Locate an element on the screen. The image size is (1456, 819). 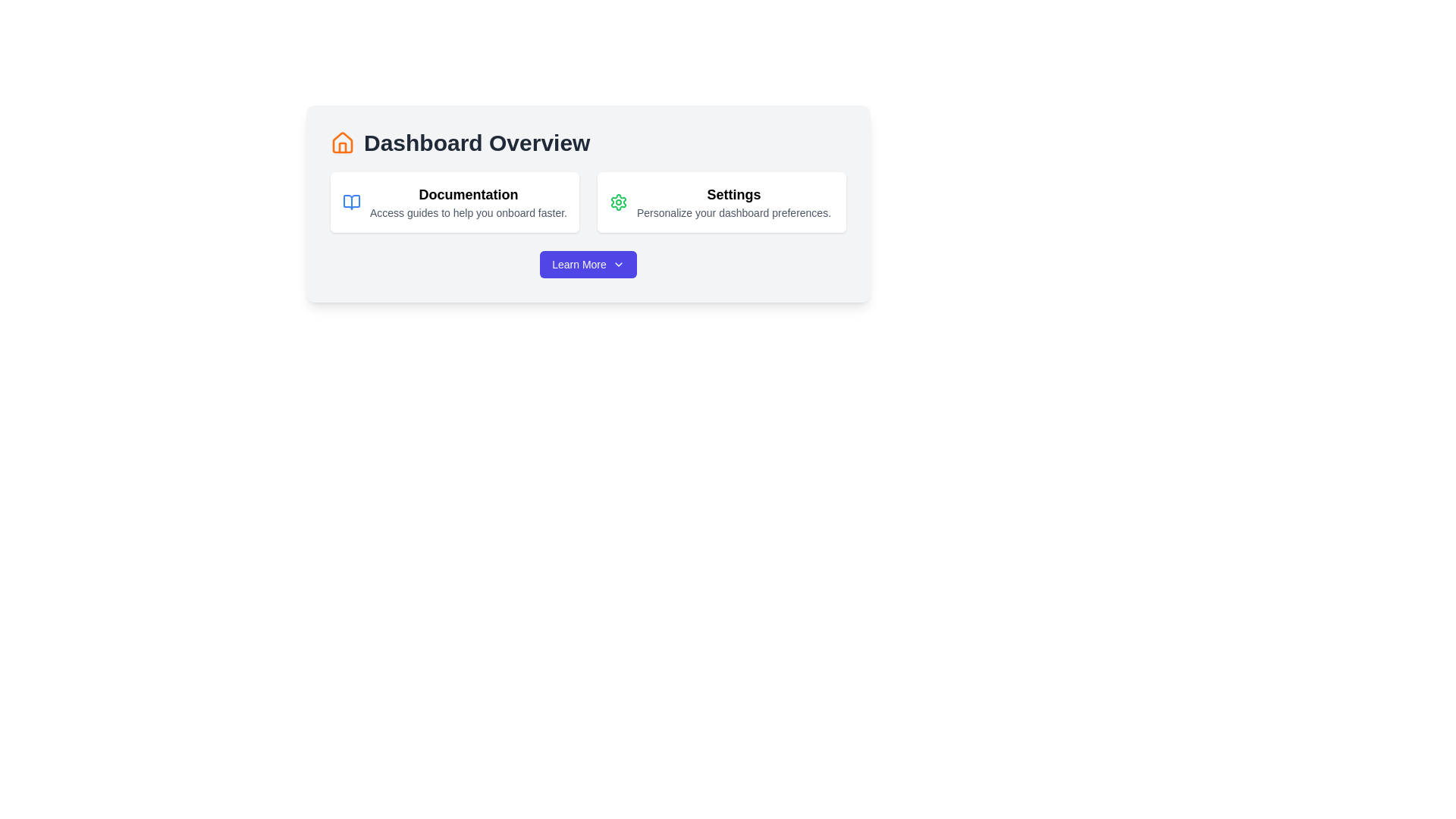
door symbol within the house icon located to the left of the 'Dashboard Overview' heading by clicking on its center is located at coordinates (341, 148).